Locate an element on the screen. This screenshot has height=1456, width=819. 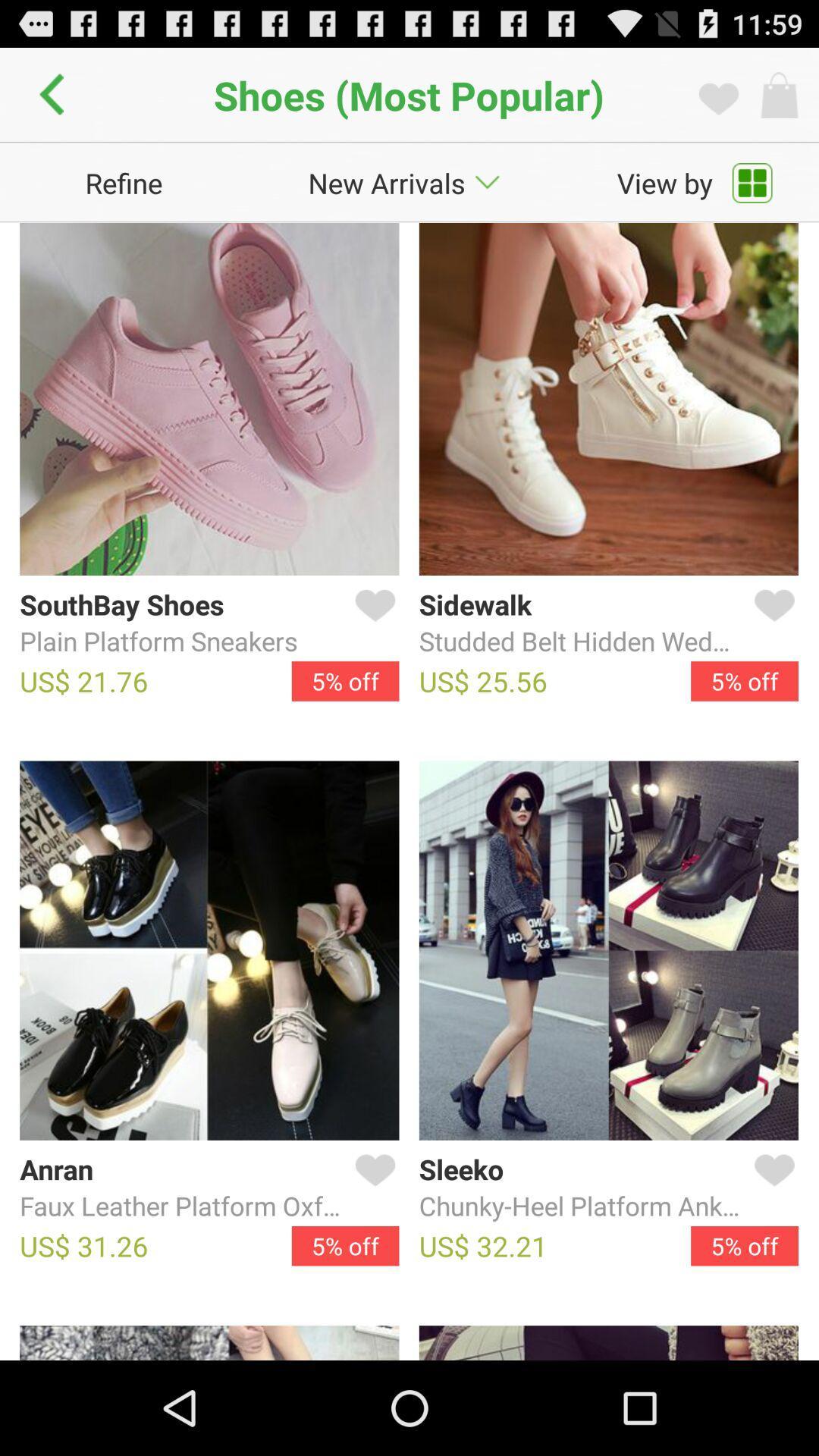
the icon right to text new arrivals is located at coordinates (488, 182).